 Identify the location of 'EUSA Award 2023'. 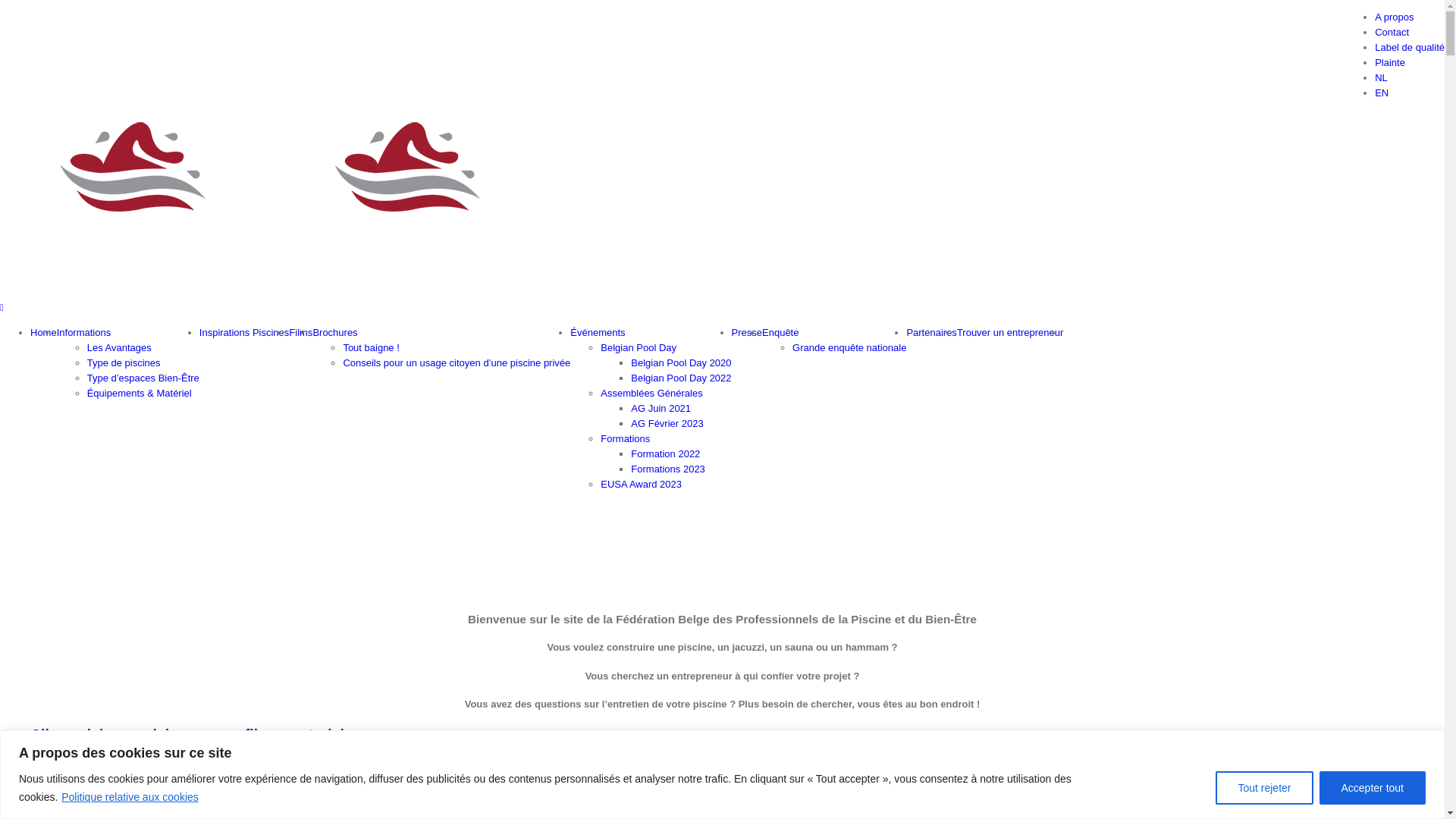
(641, 484).